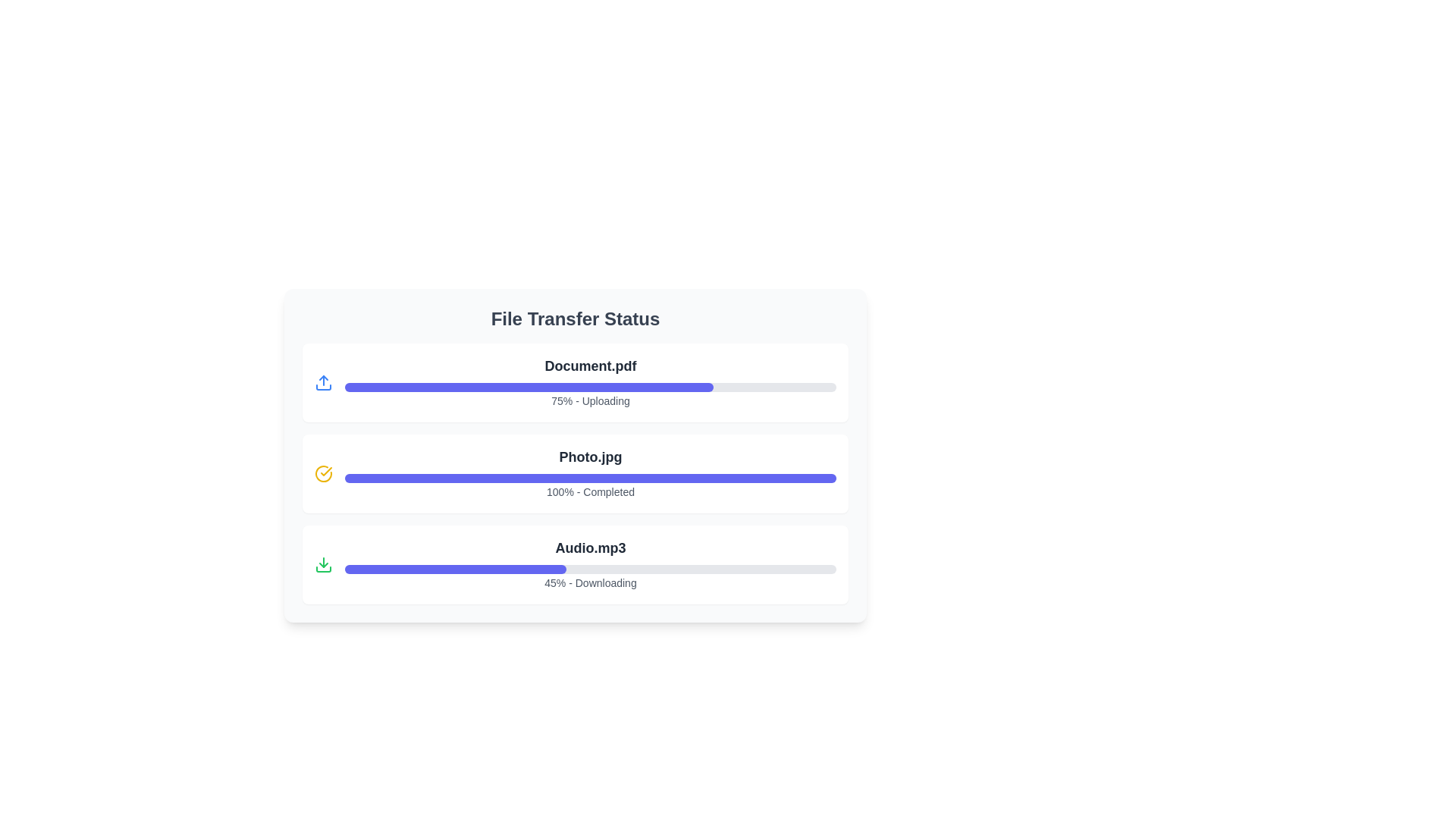 The width and height of the screenshot is (1456, 819). Describe the element at coordinates (589, 479) in the screenshot. I see `the second progress bar representing the upload status of 'Photo.jpg', which is located beneath the text 'Photo.jpg' and above the line '100% - Completed'` at that location.